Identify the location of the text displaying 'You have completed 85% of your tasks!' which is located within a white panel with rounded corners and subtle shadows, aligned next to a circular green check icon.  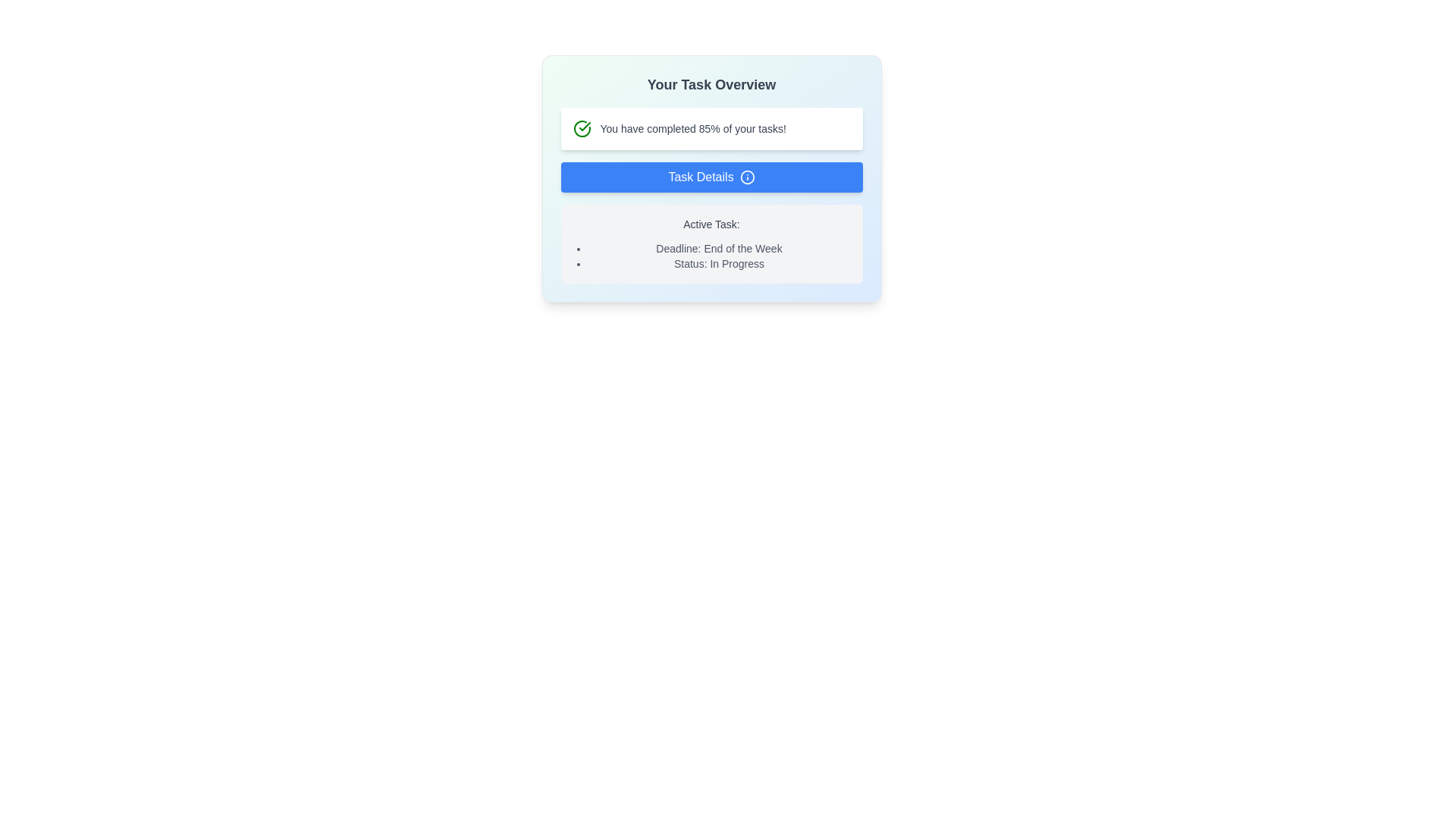
(692, 127).